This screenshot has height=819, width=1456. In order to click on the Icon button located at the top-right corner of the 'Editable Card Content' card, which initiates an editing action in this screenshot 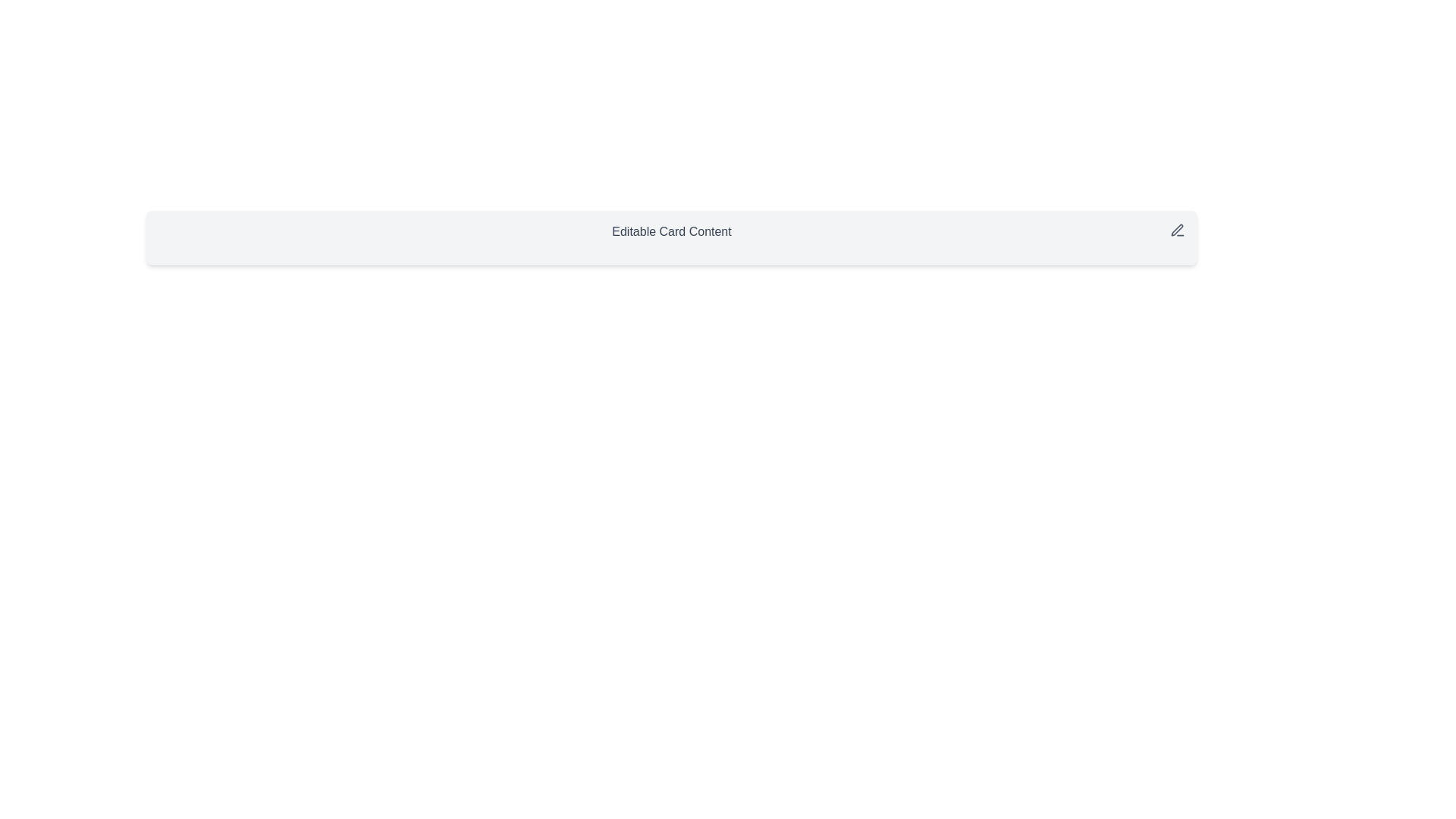, I will do `click(1177, 231)`.